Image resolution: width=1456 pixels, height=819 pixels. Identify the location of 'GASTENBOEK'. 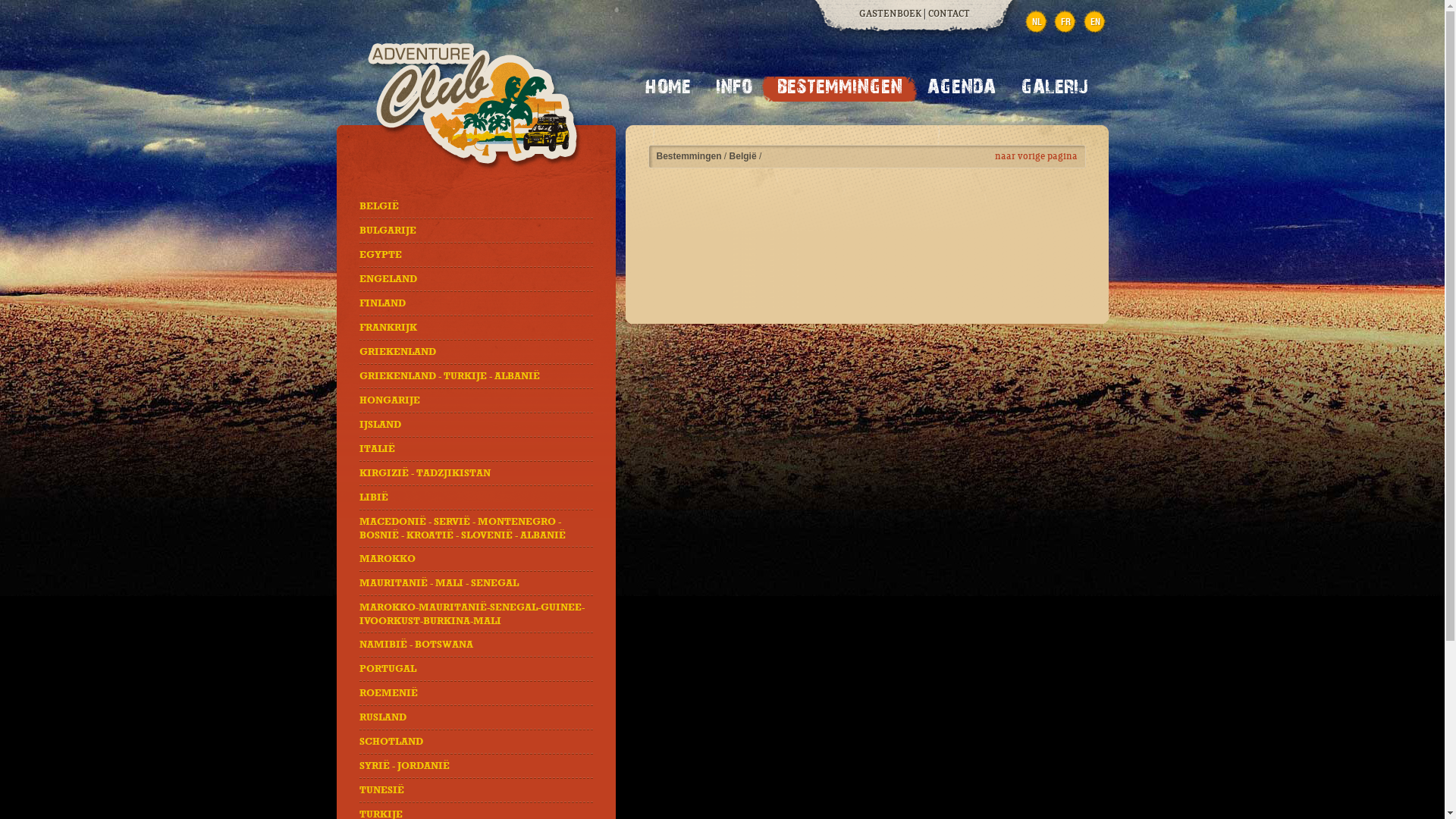
(890, 14).